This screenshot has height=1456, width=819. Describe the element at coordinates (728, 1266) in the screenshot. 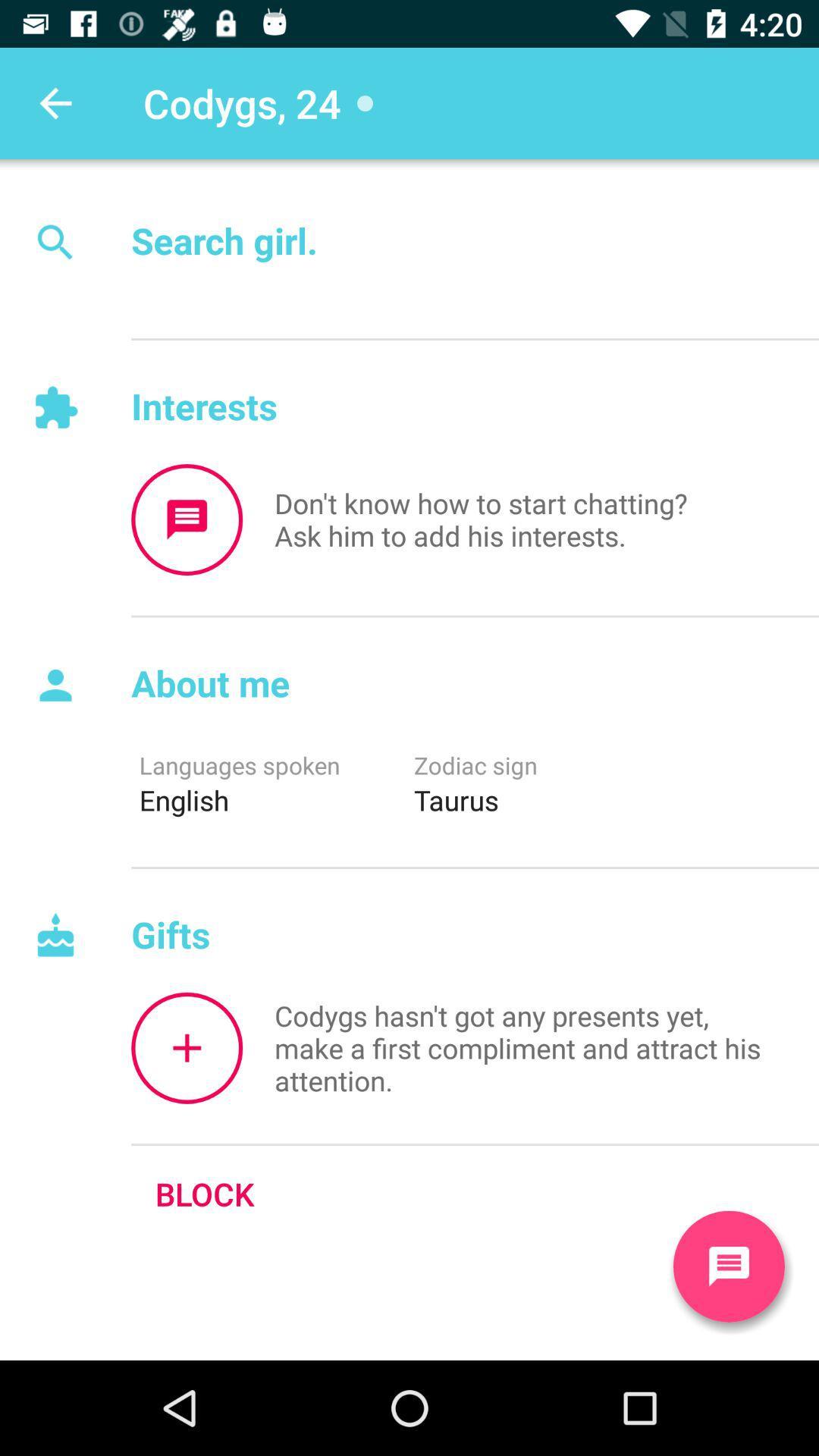

I see `the chat icon` at that location.